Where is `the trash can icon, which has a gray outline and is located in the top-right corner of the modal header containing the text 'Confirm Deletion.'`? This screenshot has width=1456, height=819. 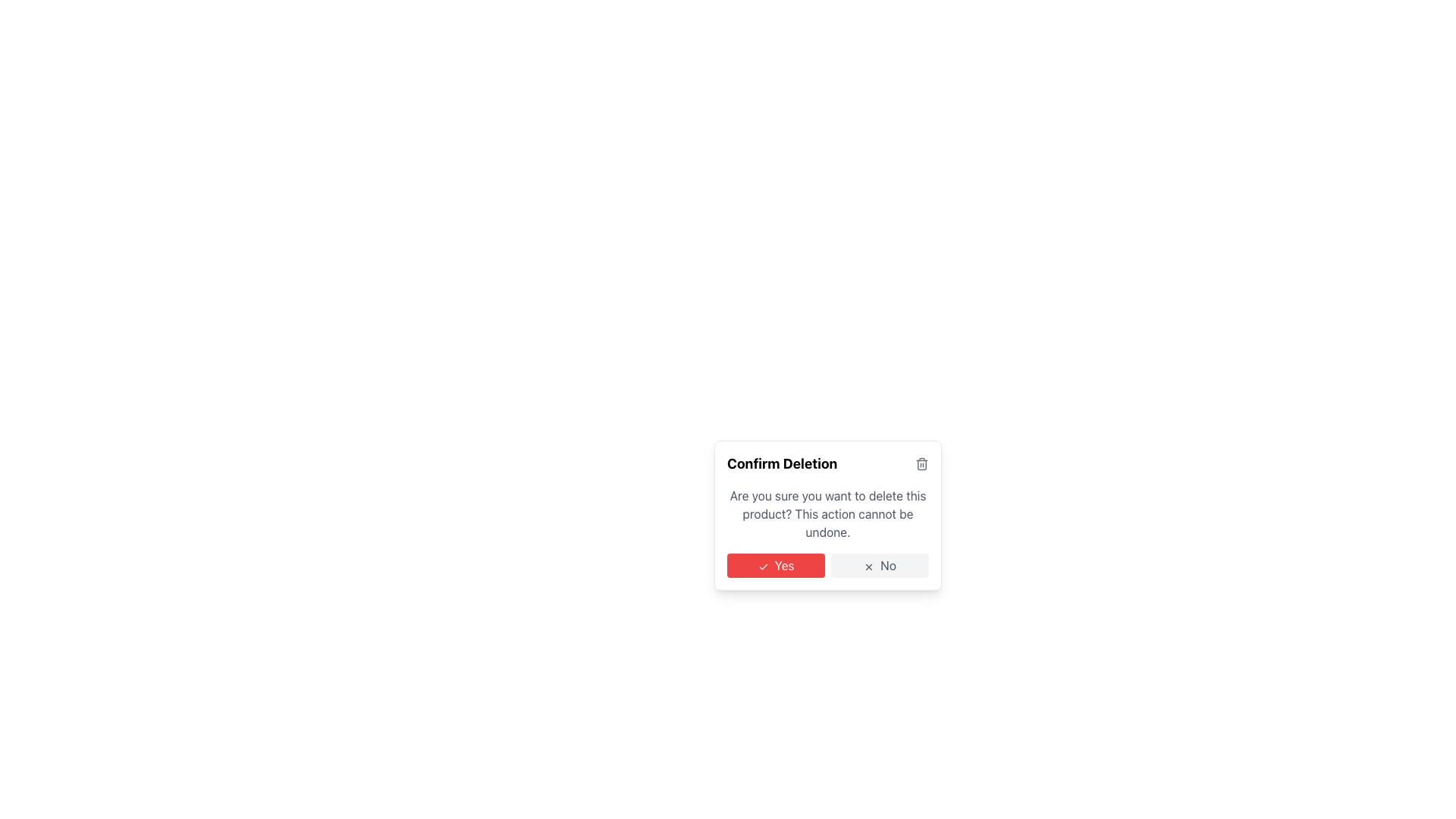 the trash can icon, which has a gray outline and is located in the top-right corner of the modal header containing the text 'Confirm Deletion.' is located at coordinates (921, 463).